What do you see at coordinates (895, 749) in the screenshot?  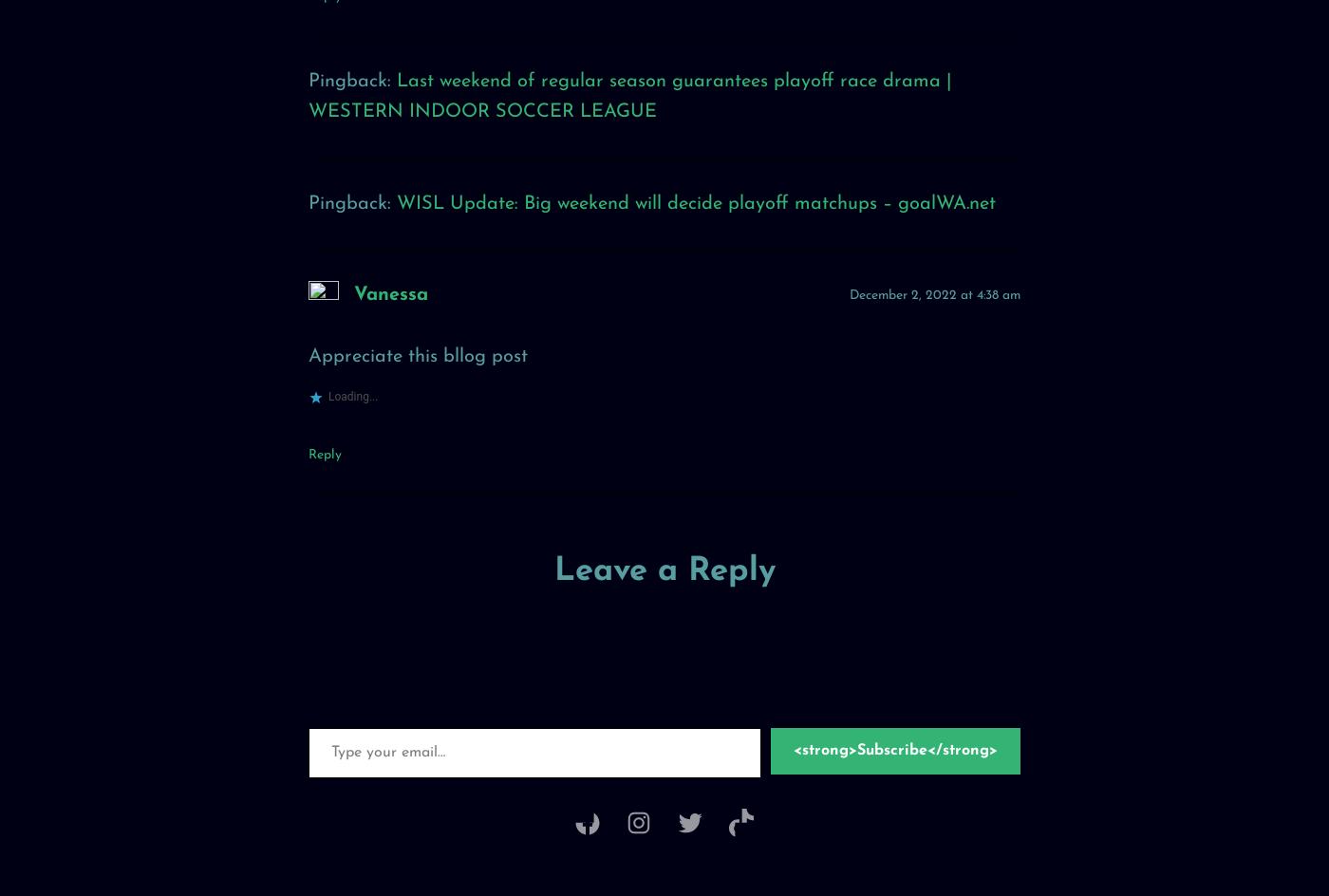 I see `'<strong>Subscribe</strong>'` at bounding box center [895, 749].